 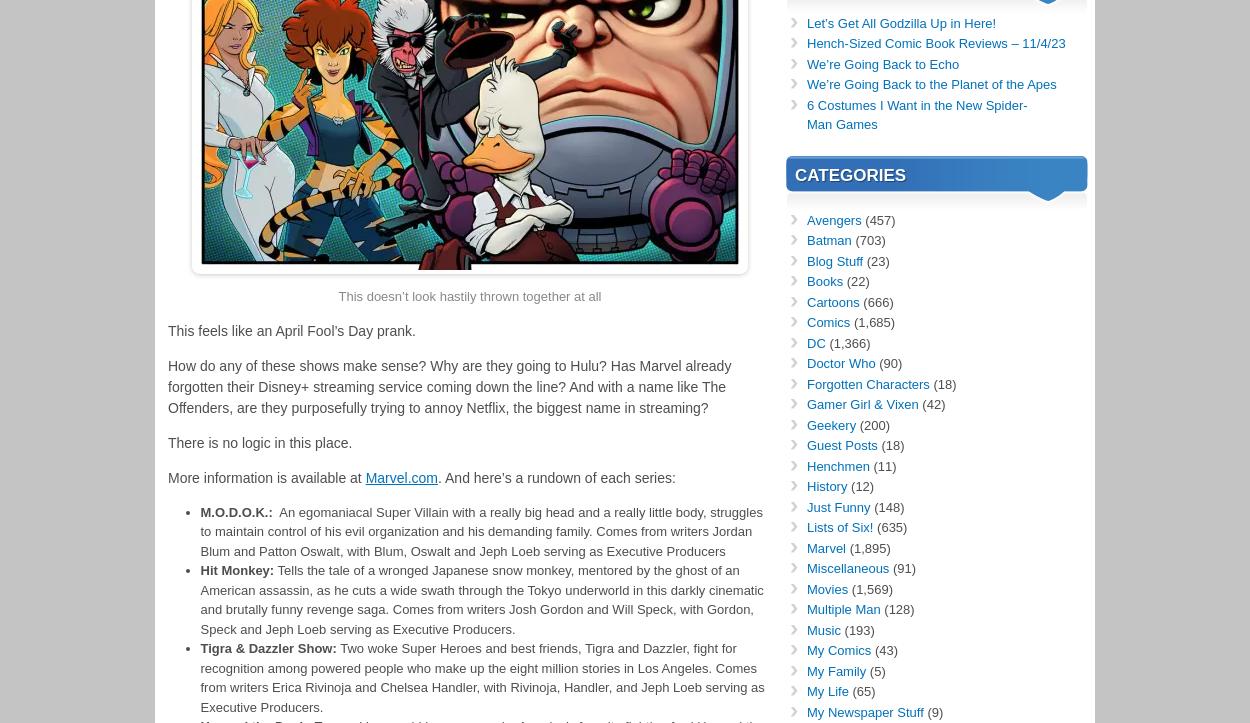 What do you see at coordinates (901, 22) in the screenshot?
I see `'Let’s Get All Godzilla Up in Here!'` at bounding box center [901, 22].